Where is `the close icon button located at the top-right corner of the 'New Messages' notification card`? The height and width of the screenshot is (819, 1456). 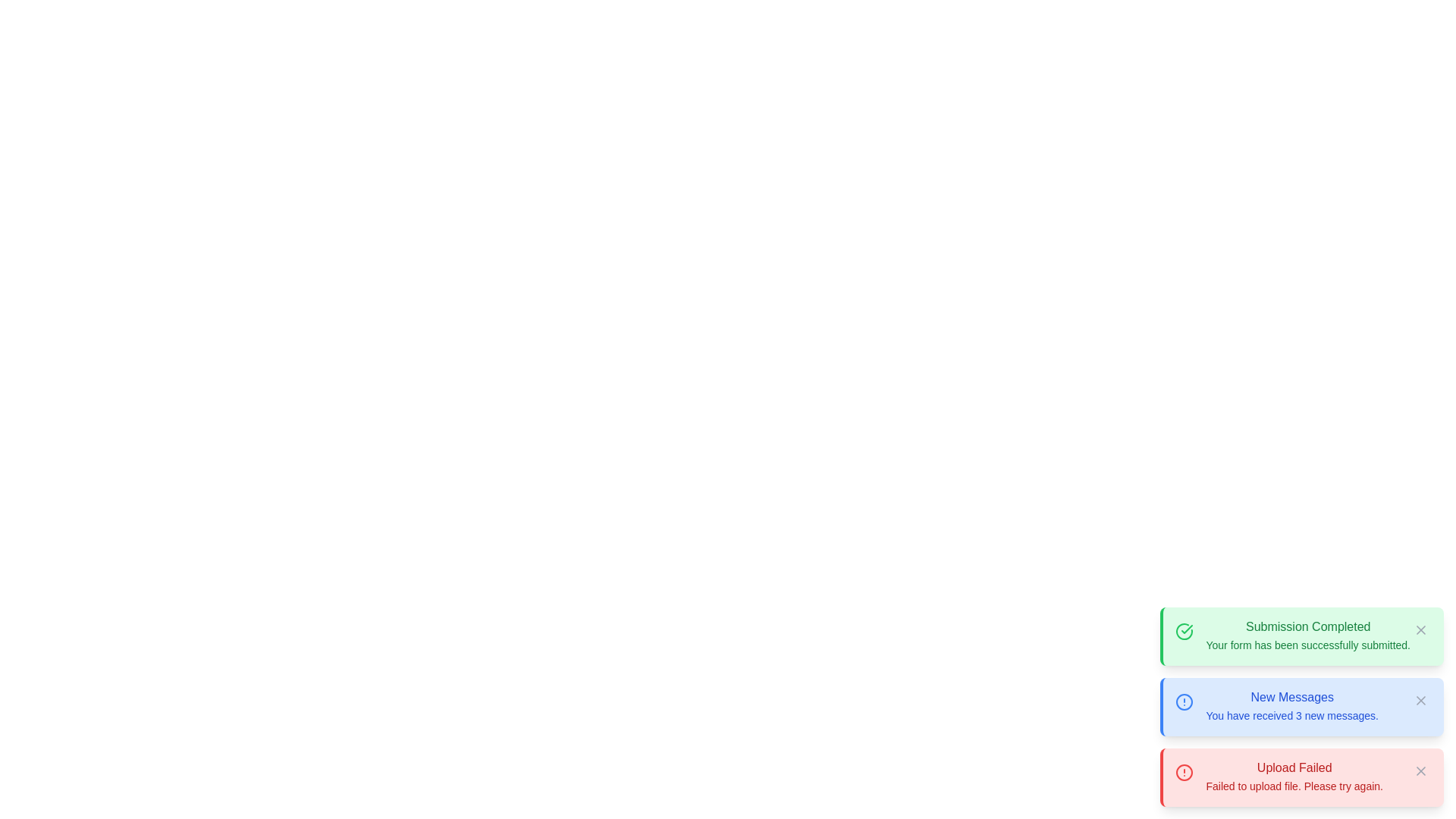 the close icon button located at the top-right corner of the 'New Messages' notification card is located at coordinates (1420, 701).